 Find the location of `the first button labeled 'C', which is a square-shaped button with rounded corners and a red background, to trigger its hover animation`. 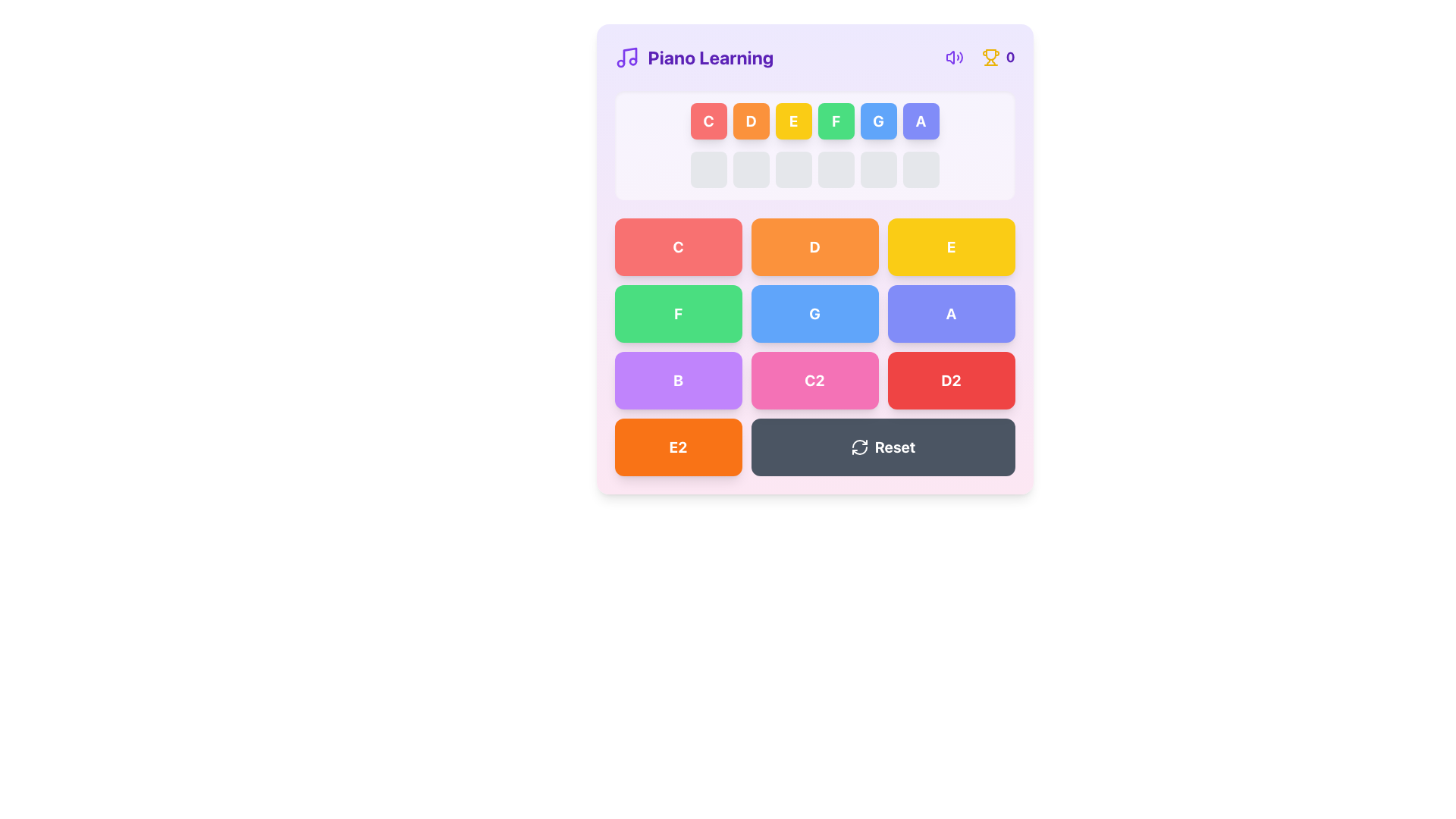

the first button labeled 'C', which is a square-shaped button with rounded corners and a red background, to trigger its hover animation is located at coordinates (708, 120).